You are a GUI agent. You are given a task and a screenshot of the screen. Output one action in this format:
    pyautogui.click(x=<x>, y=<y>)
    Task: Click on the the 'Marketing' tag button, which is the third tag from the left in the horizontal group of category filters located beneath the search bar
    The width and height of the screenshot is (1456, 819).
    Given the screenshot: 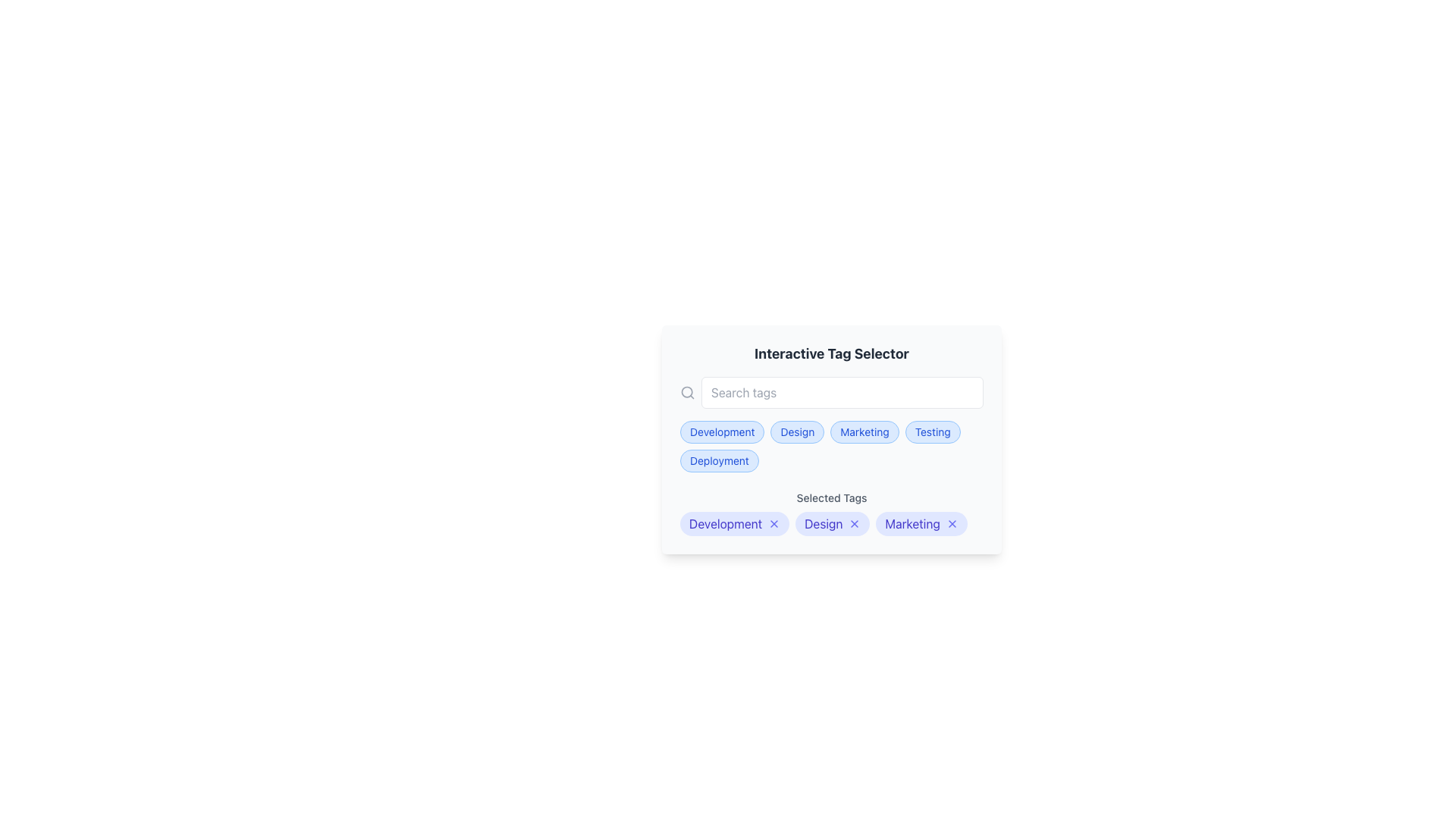 What is the action you would take?
    pyautogui.click(x=864, y=432)
    